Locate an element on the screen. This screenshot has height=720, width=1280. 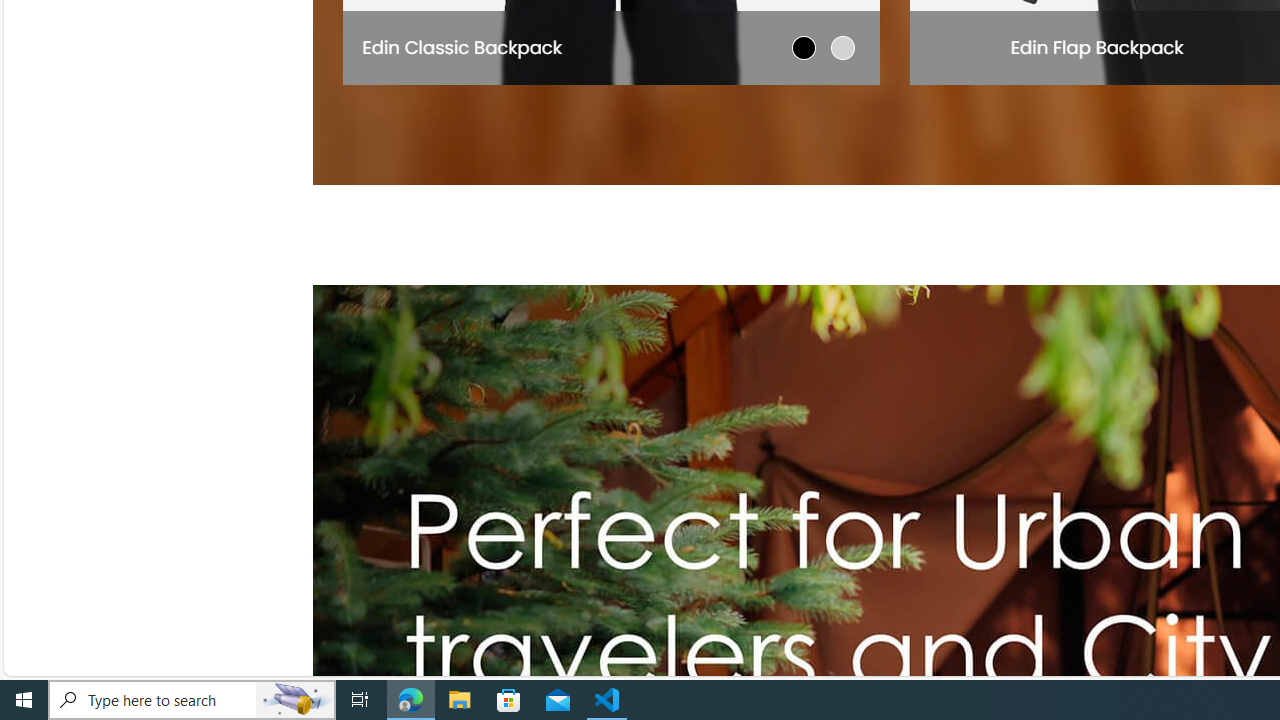
'Black' is located at coordinates (804, 46).